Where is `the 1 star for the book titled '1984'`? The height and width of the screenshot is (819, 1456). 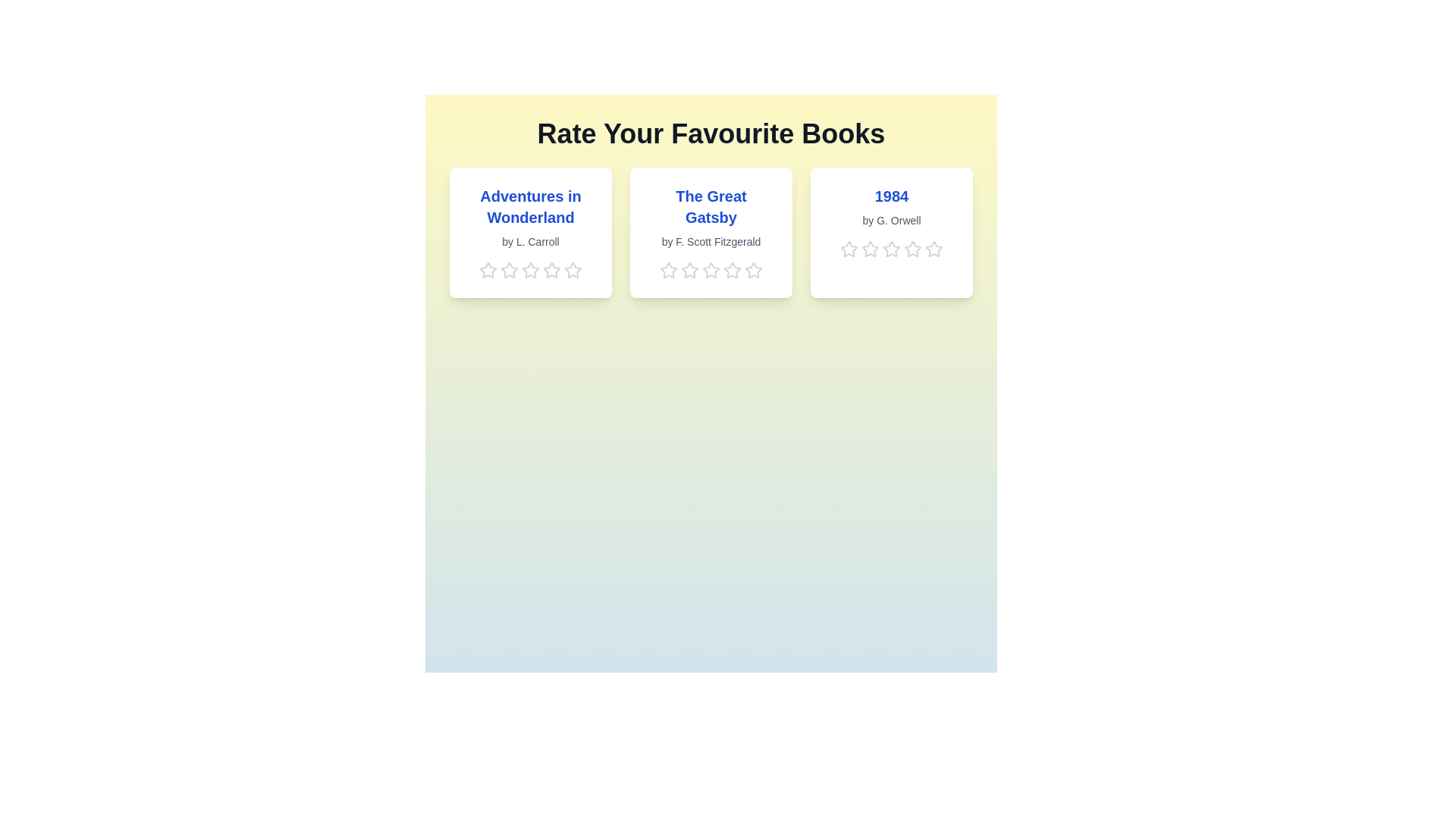
the 1 star for the book titled '1984' is located at coordinates (848, 248).